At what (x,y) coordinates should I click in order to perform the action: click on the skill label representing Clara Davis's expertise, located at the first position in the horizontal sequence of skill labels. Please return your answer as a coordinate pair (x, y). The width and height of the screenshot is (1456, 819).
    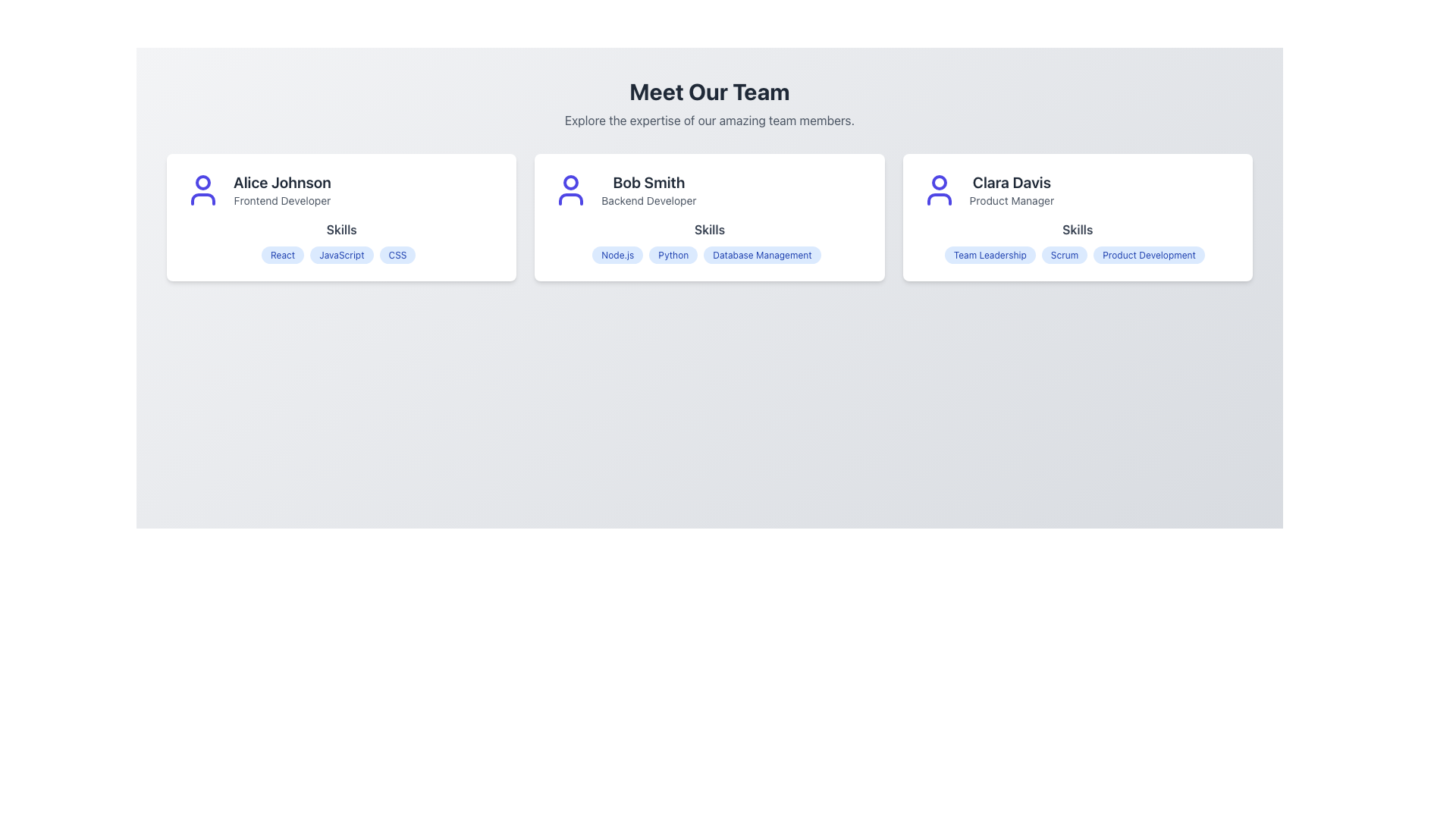
    Looking at the image, I should click on (990, 254).